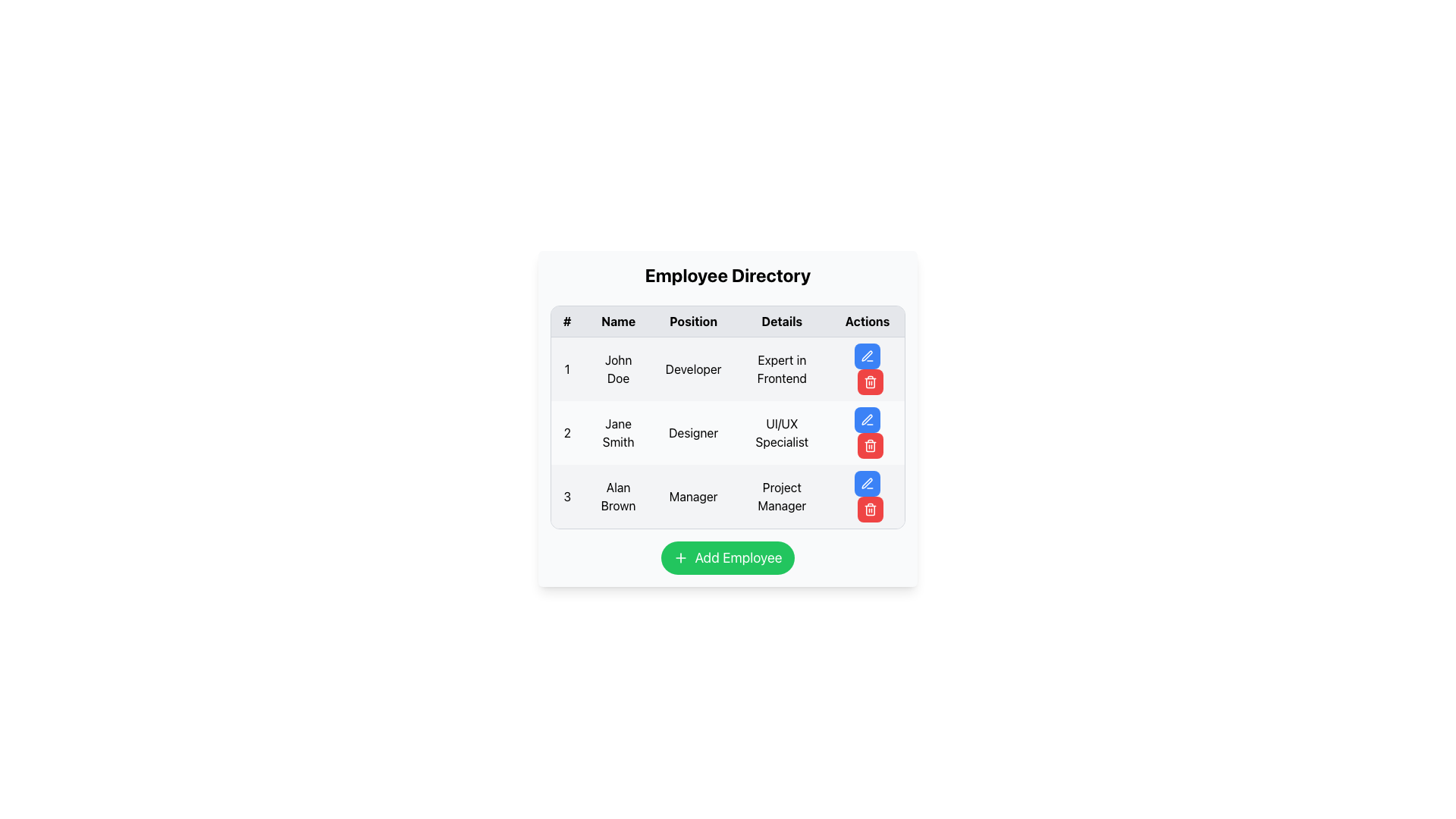  I want to click on the static text element that serves as a row identifier, positioned to the left of the 'John Doe' cell in the table, so click(566, 369).